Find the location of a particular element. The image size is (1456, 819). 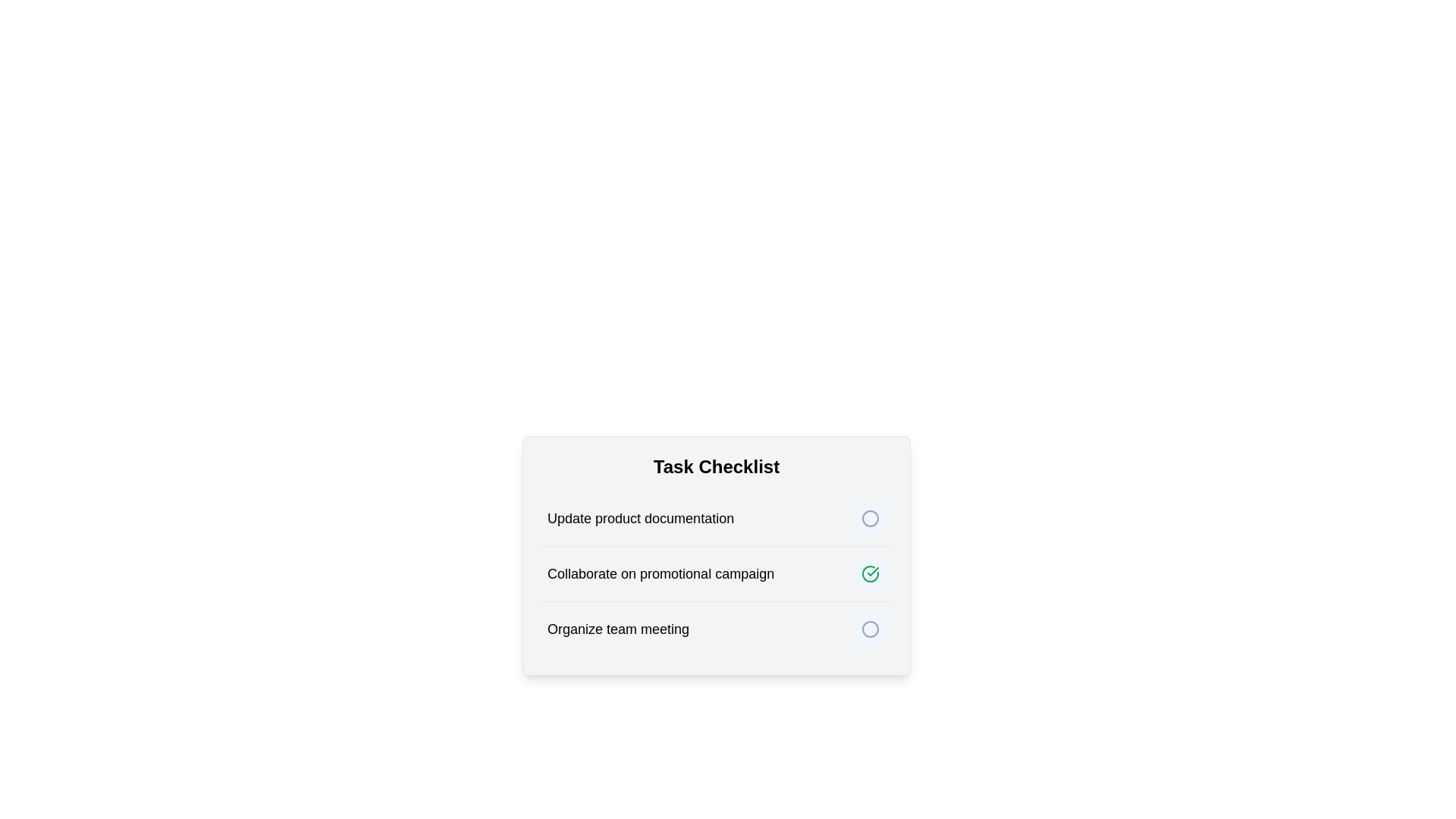

the circular blue button with an outlined circle icon is located at coordinates (870, 517).